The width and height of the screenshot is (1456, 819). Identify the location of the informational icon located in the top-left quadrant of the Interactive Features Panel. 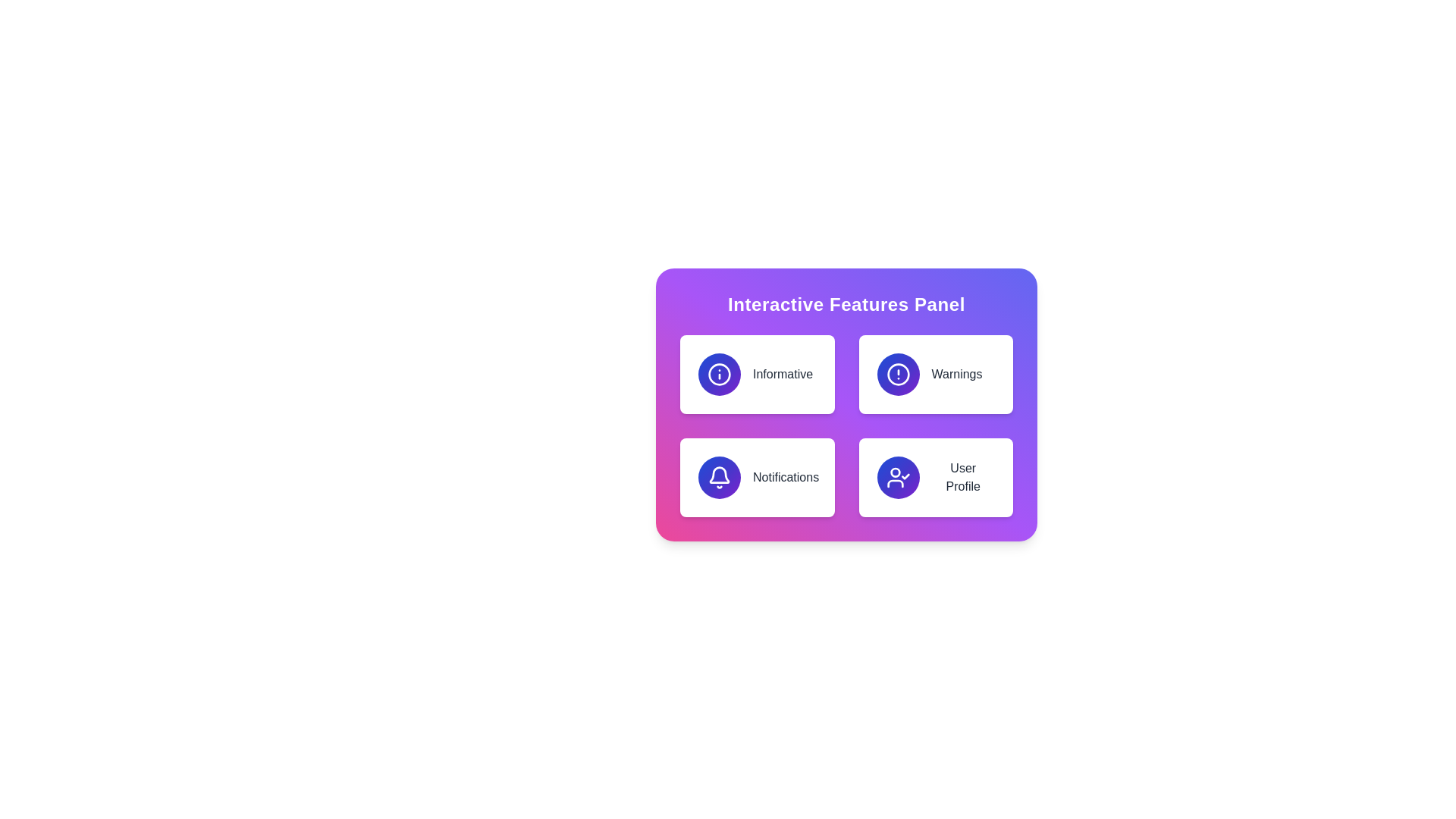
(719, 374).